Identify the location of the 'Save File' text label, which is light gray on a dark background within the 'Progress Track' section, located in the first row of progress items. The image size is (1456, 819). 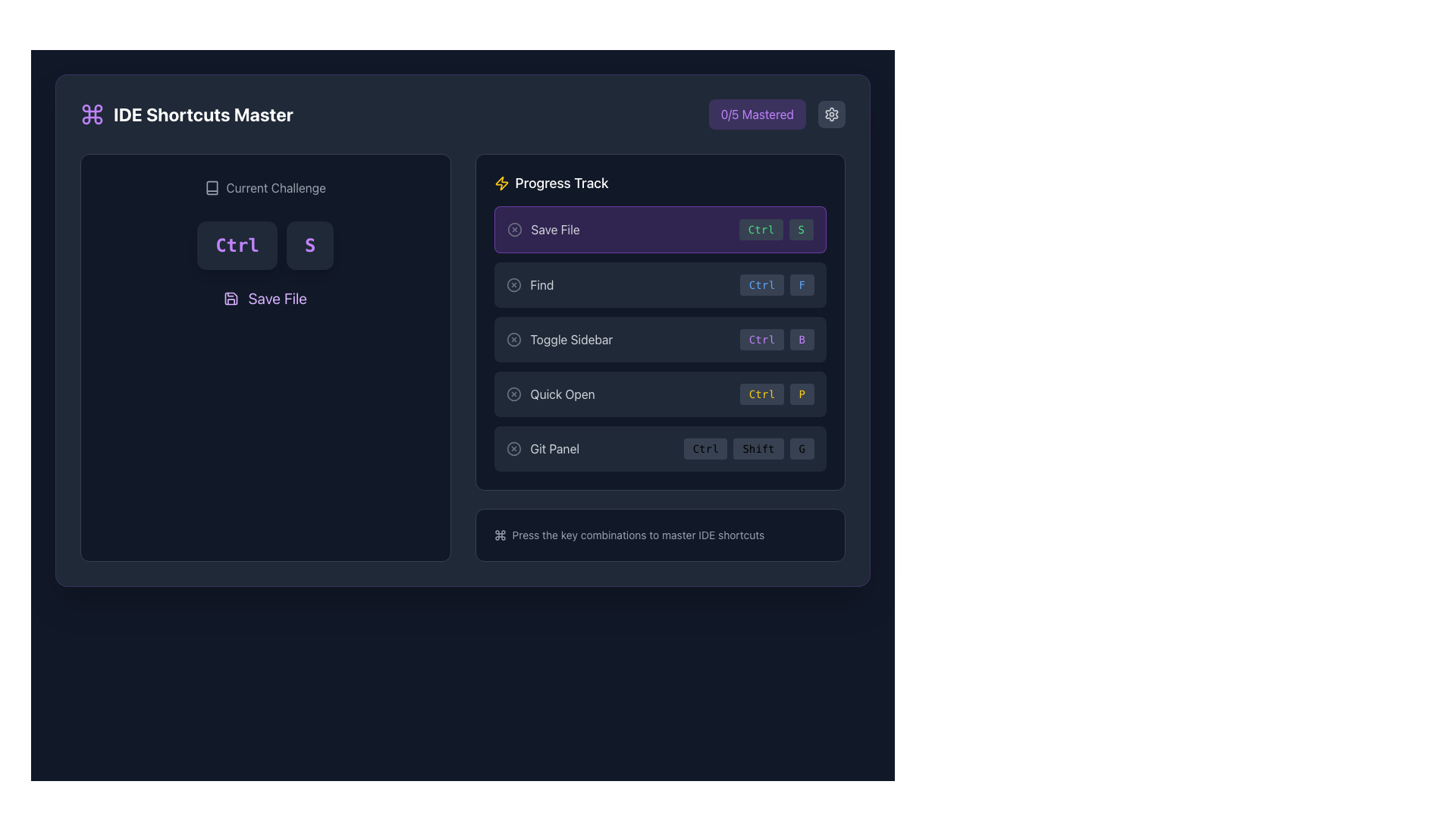
(554, 230).